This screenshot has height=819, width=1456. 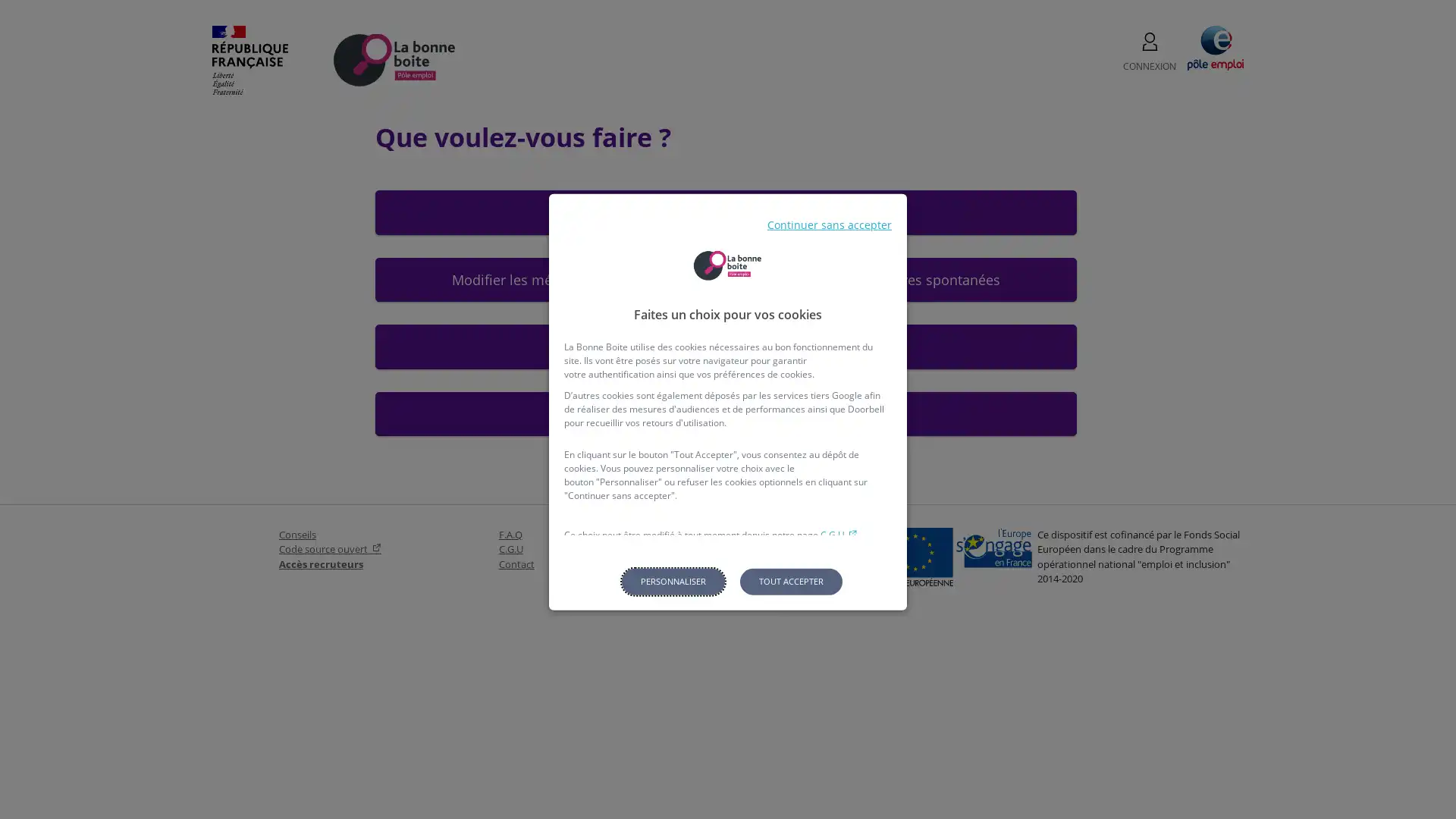 What do you see at coordinates (789, 580) in the screenshot?
I see `Tout accepter` at bounding box center [789, 580].